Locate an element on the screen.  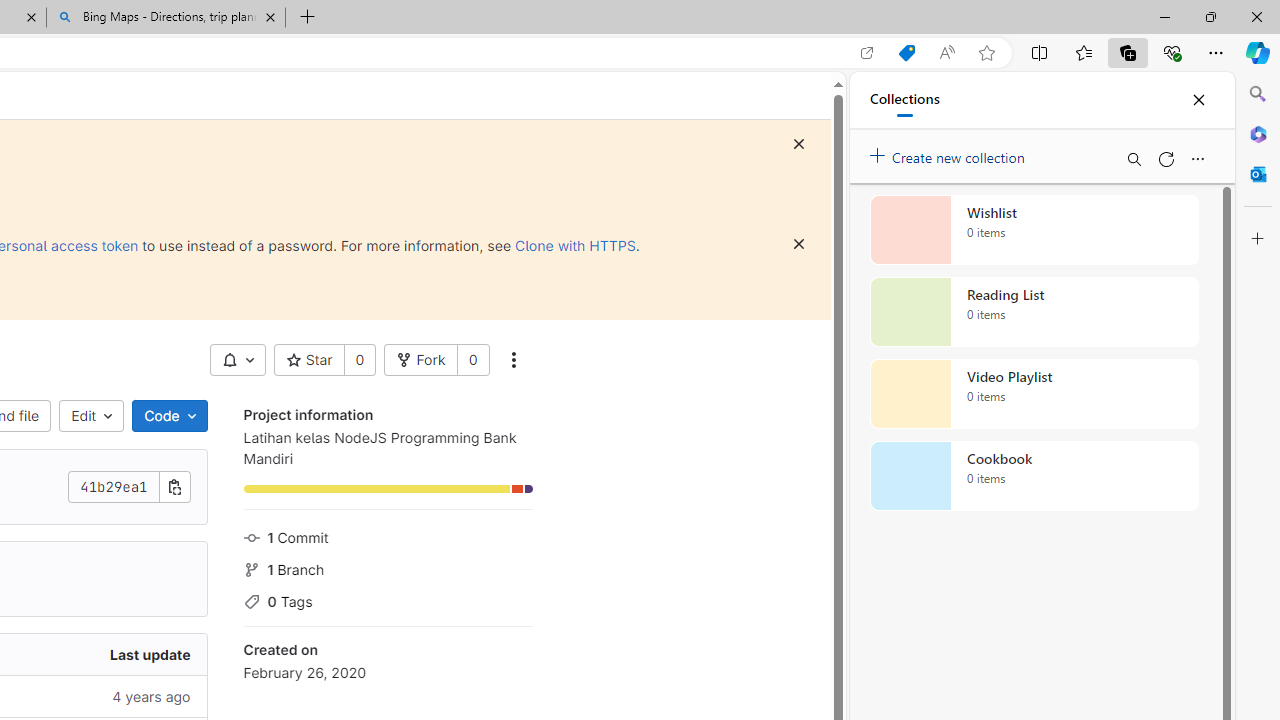
'Browser essentials' is located at coordinates (1171, 51).